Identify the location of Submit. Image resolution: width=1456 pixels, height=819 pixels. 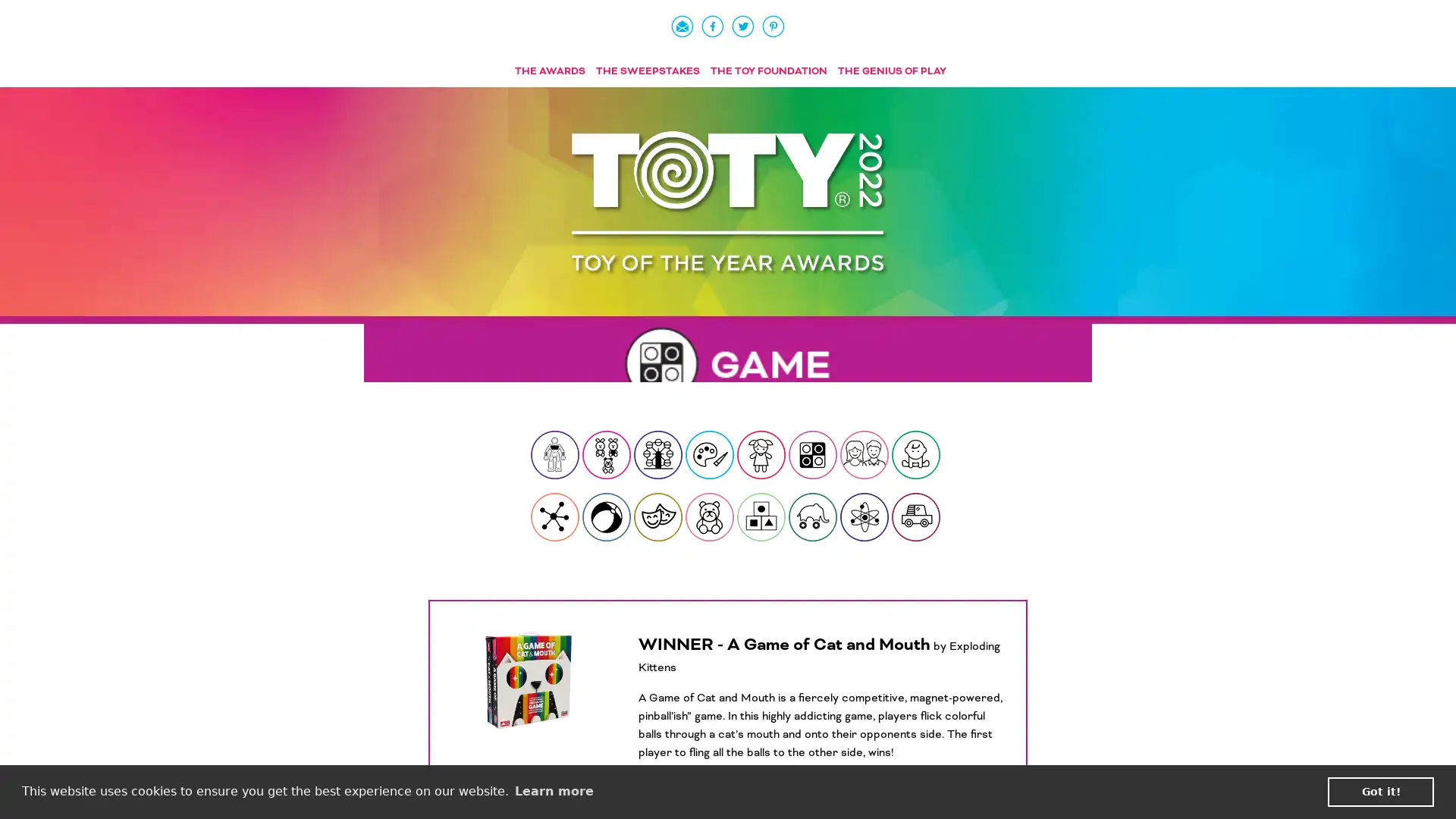
(811, 454).